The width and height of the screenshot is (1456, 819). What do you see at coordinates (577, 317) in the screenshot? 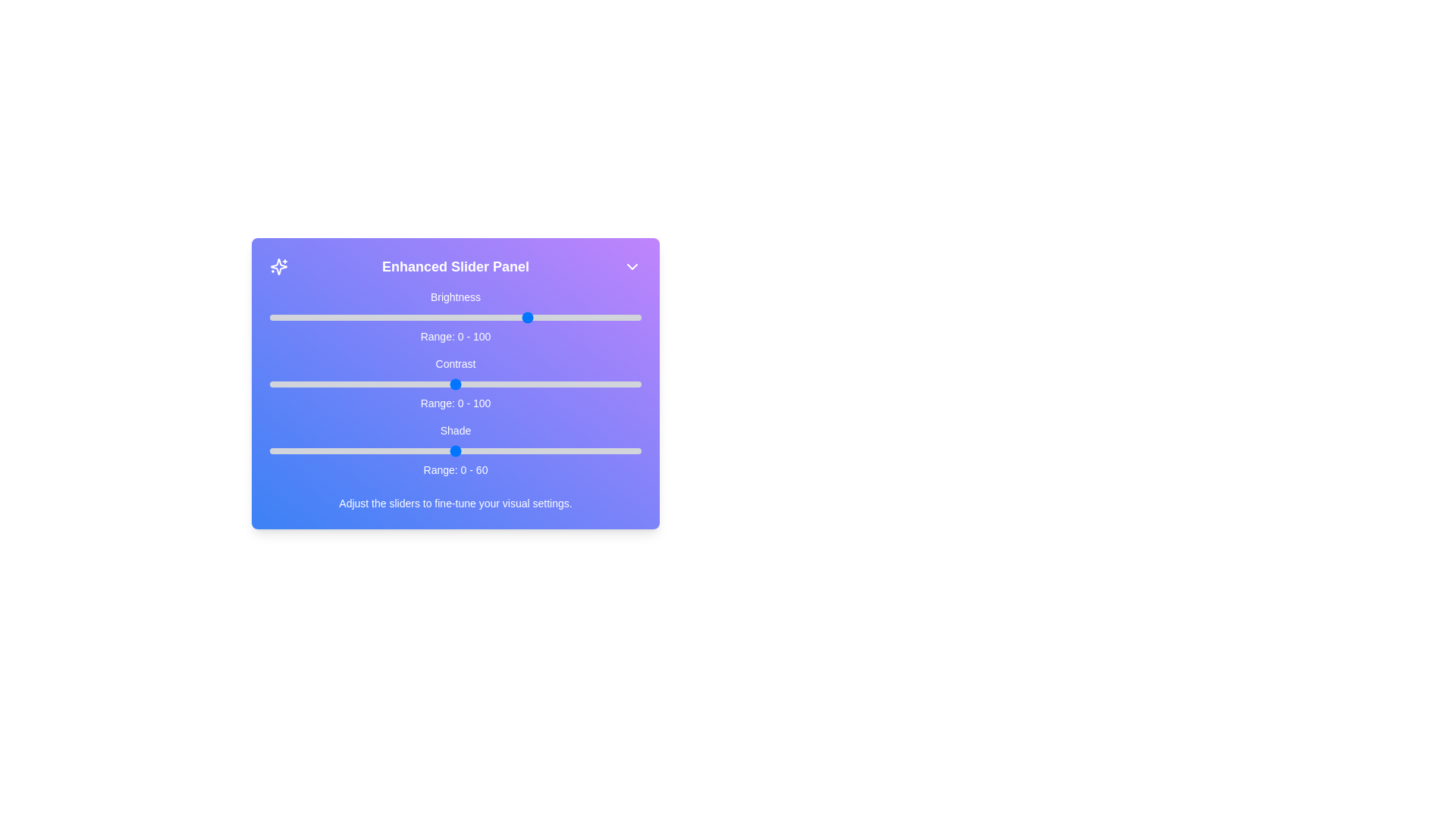
I see `the 0 slider to 83` at bounding box center [577, 317].